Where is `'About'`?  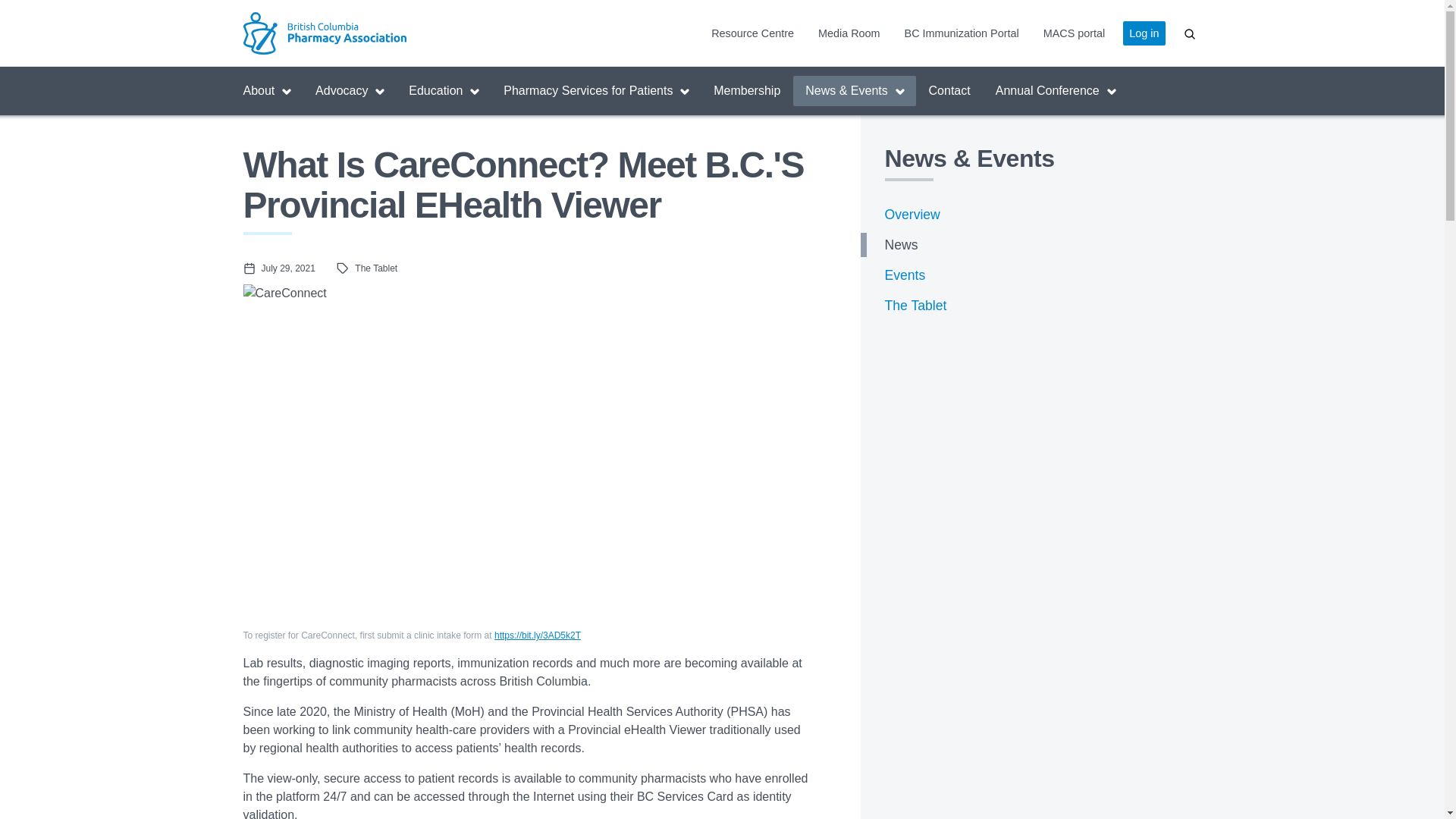 'About' is located at coordinates (266, 90).